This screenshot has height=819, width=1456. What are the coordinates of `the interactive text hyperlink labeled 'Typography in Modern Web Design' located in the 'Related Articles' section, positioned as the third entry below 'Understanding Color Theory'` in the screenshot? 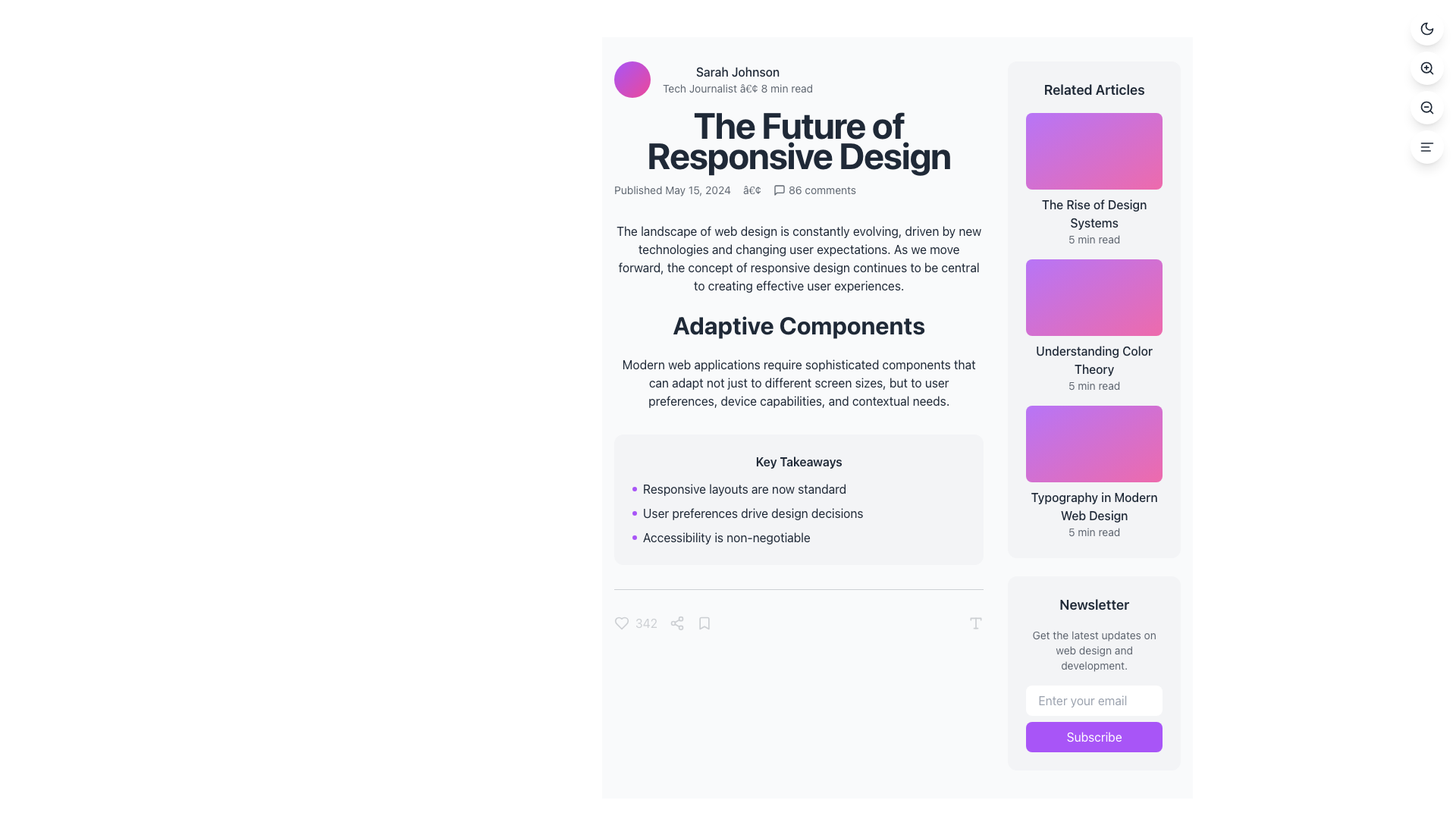 It's located at (1094, 507).